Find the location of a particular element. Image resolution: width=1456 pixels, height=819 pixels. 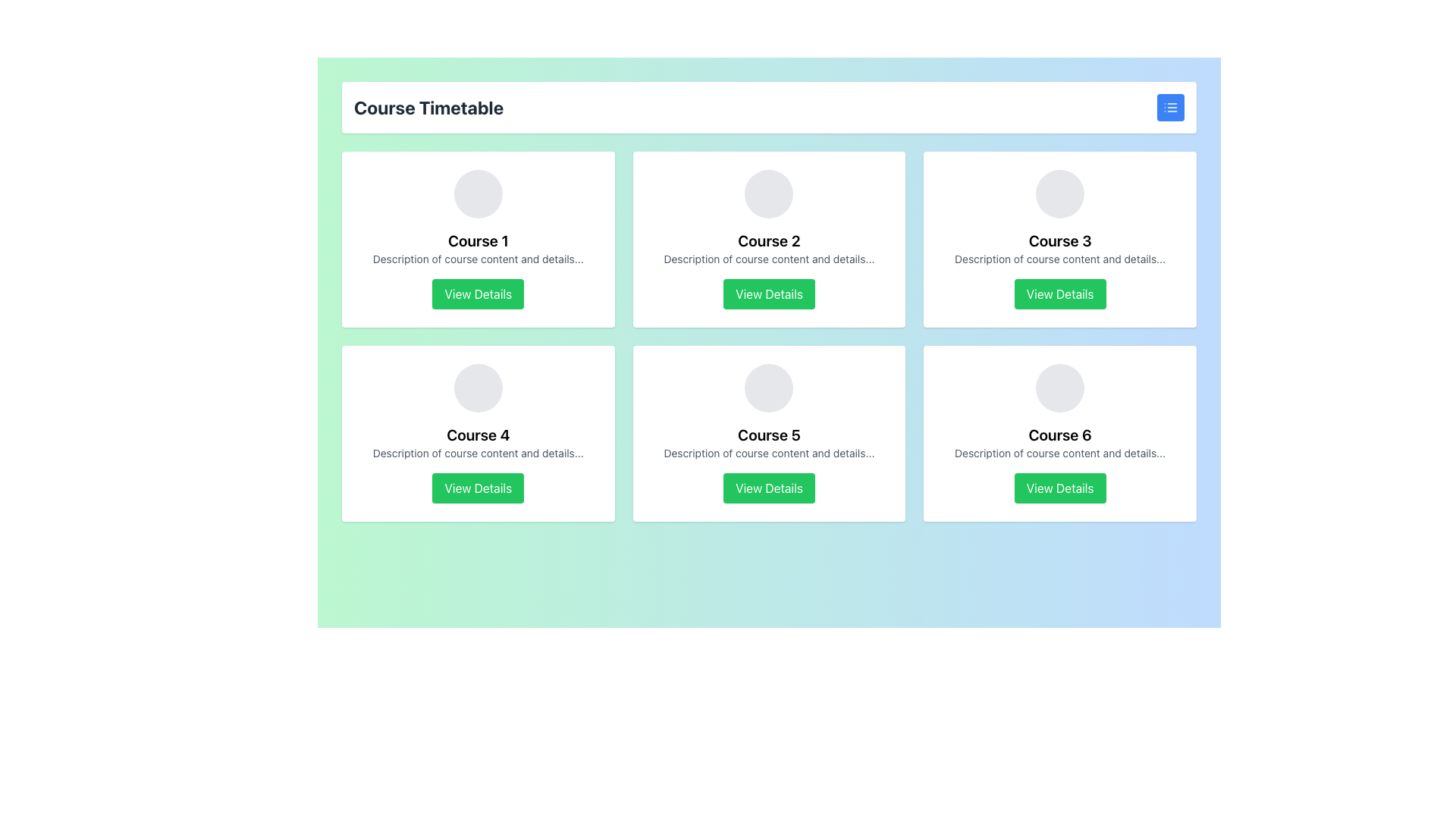

the bold, black text label displaying 'Course 2' in the top middle card of the grid layout is located at coordinates (769, 240).